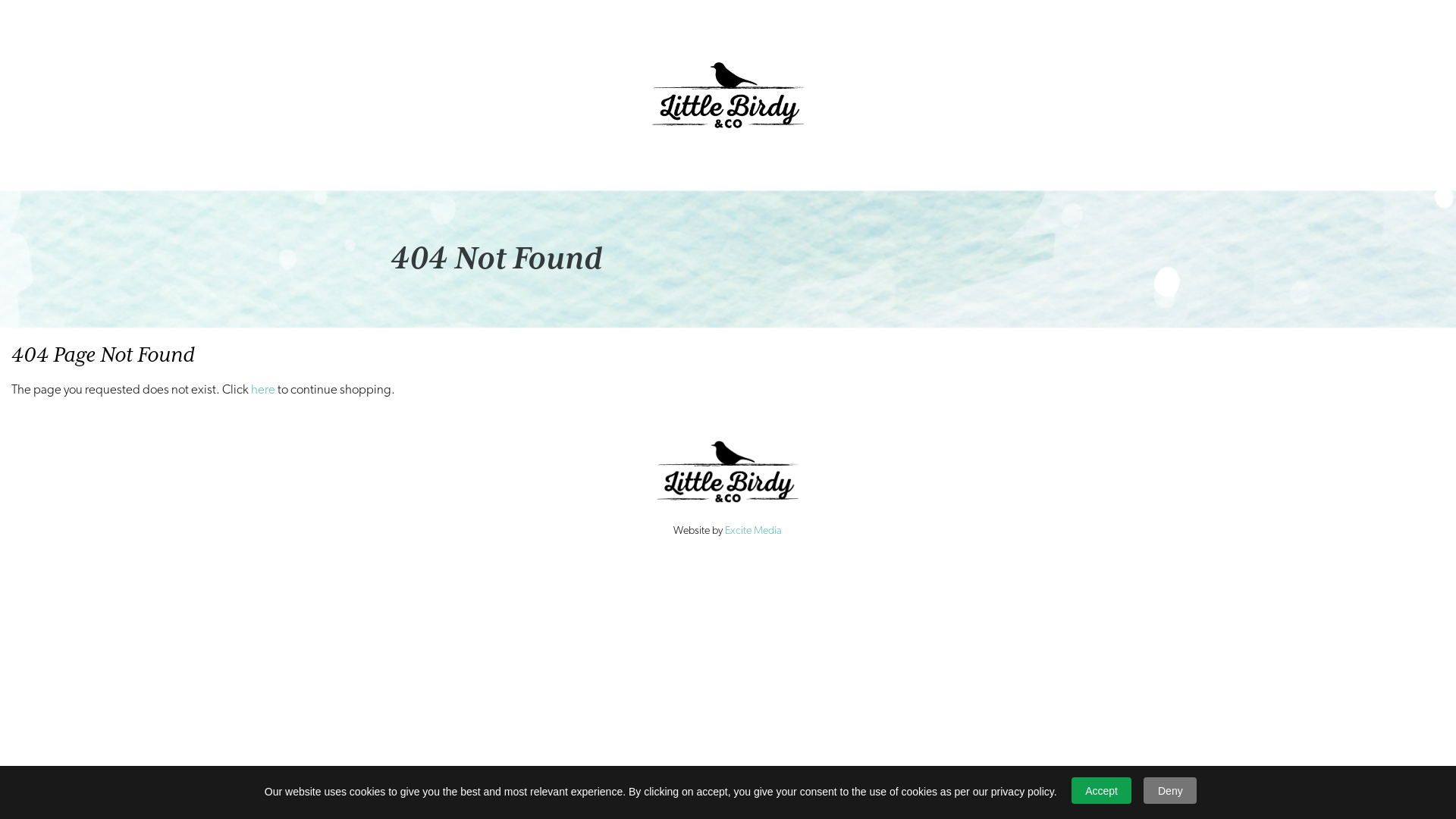  Describe the element at coordinates (262, 389) in the screenshot. I see `'here'` at that location.